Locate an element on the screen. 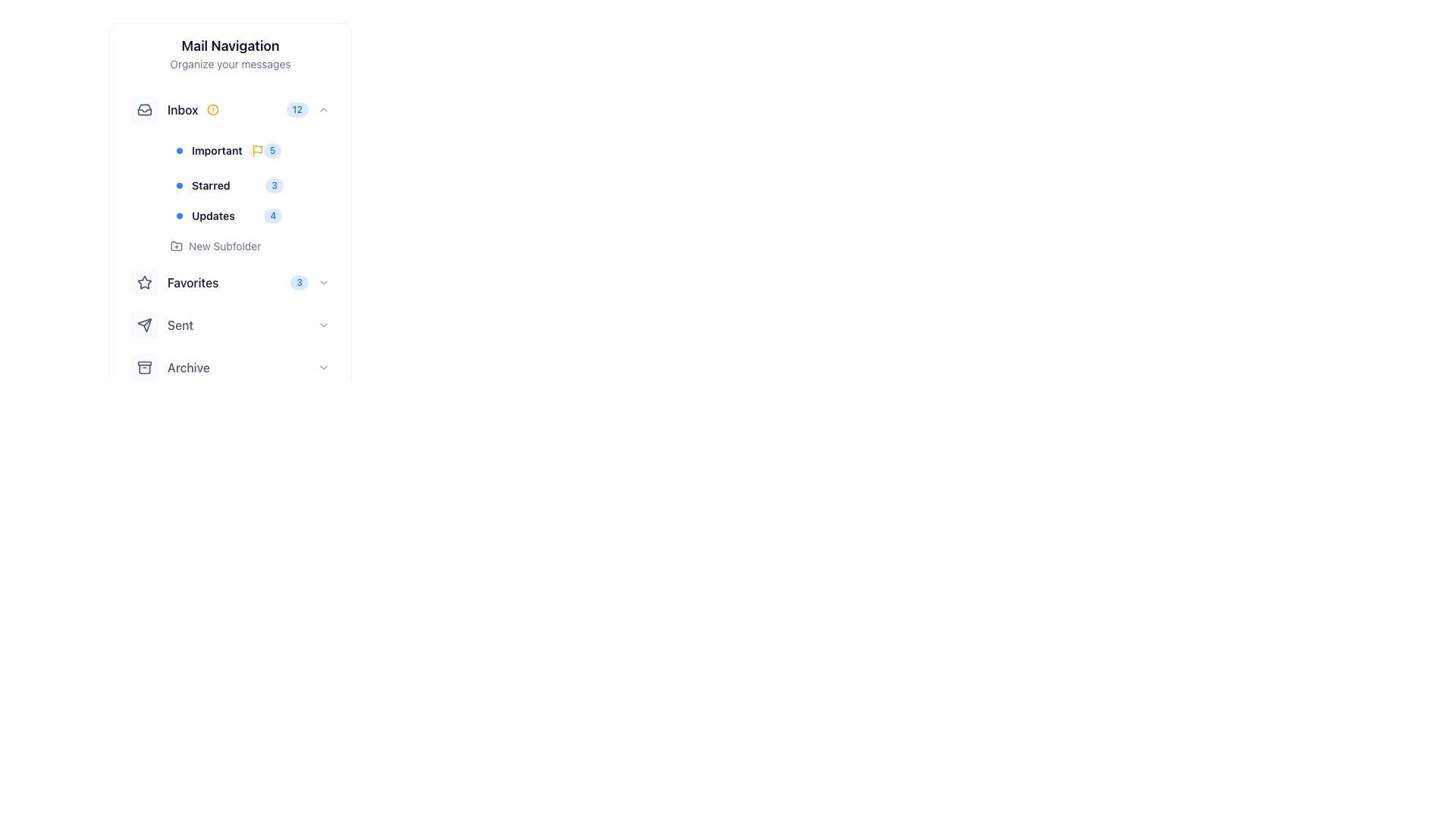  the 'Updates' text label located in the navigation panel on the left side, which is styled with a bold font and is the third item under the 'Inbox' section is located at coordinates (205, 216).